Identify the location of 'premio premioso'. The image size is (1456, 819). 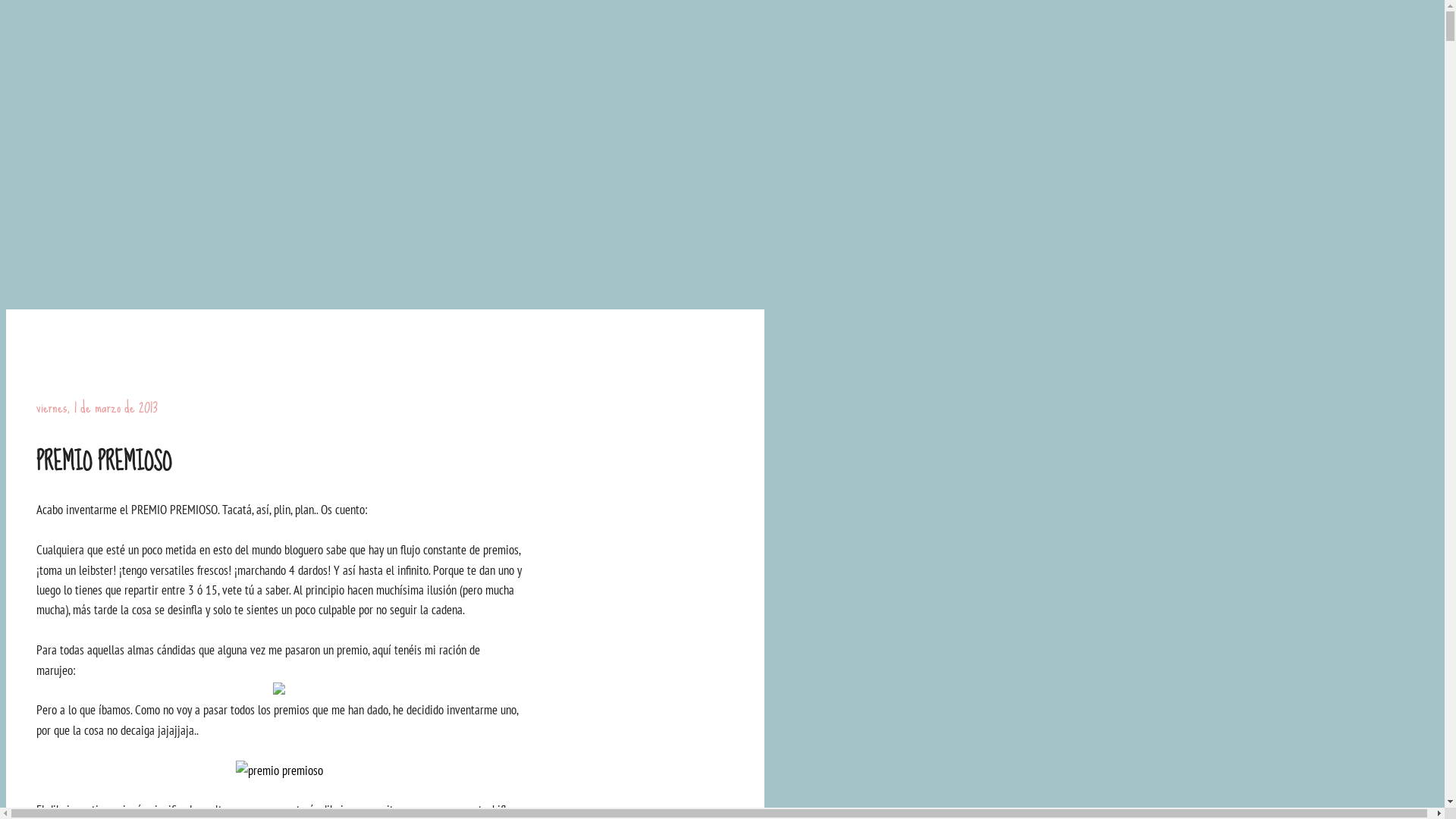
(234, 769).